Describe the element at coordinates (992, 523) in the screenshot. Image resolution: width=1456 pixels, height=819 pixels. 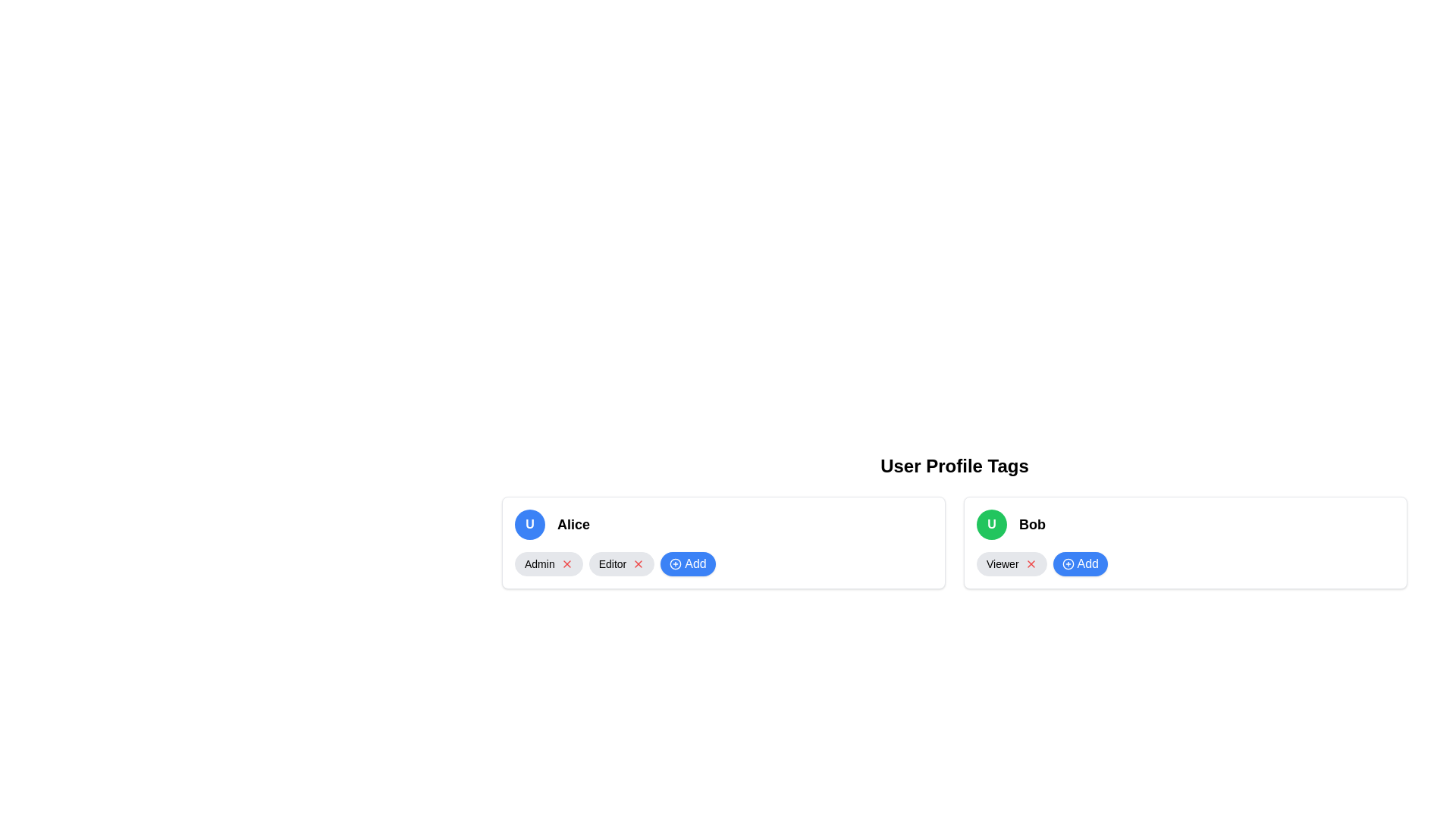
I see `the circular badge icon with a green background and a white bold letter 'U' that serves as a user identifier, positioned to the left of the text 'Bob'` at that location.